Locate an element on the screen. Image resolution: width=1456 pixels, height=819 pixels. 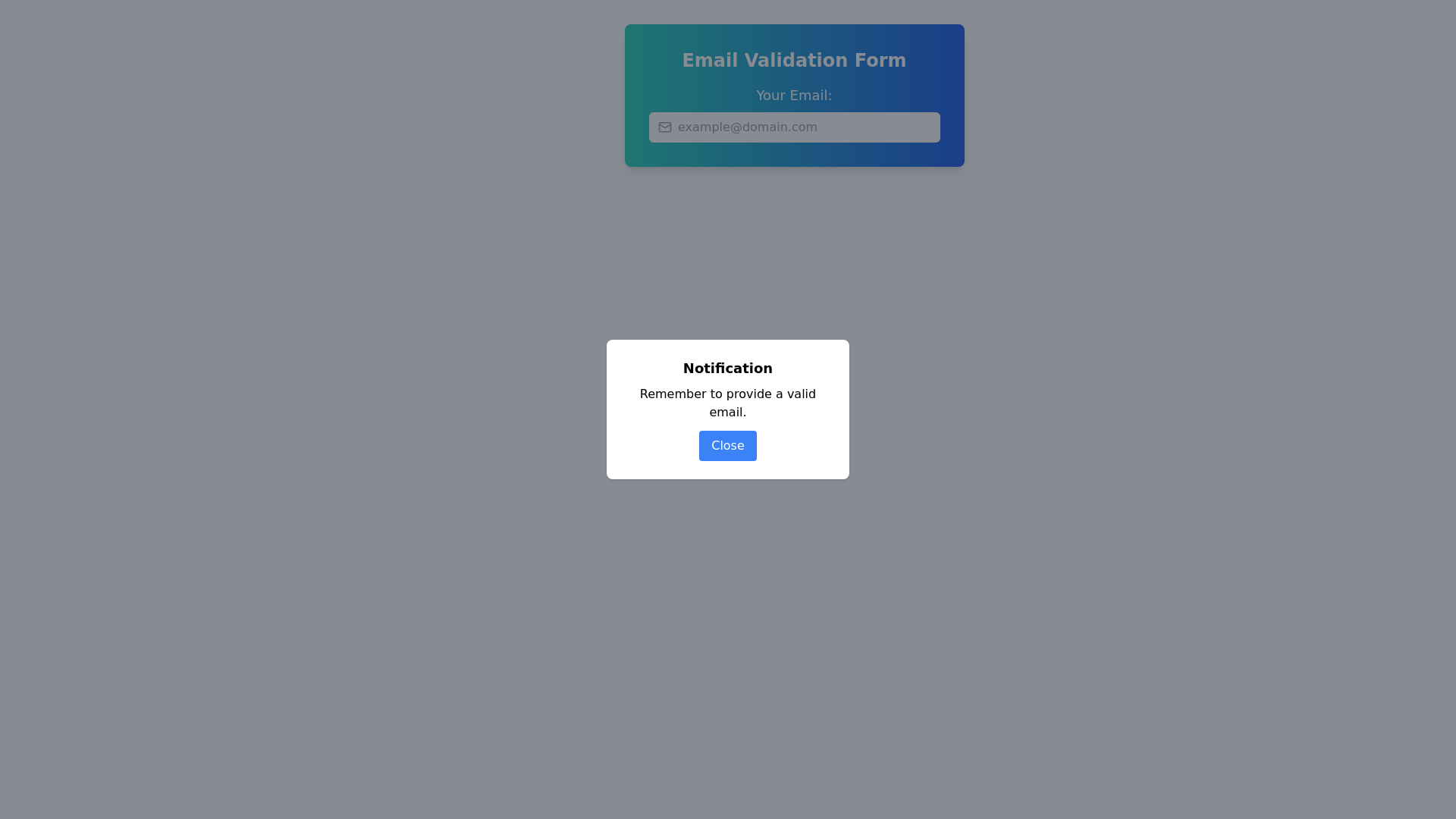
the 'Close' button, which is a rectangular button with rounded corners, filled with a solid blue color and featuring white text. It is located at the bottom of a notification box beneath the message 'Remember to provide a valid email.' is located at coordinates (728, 444).